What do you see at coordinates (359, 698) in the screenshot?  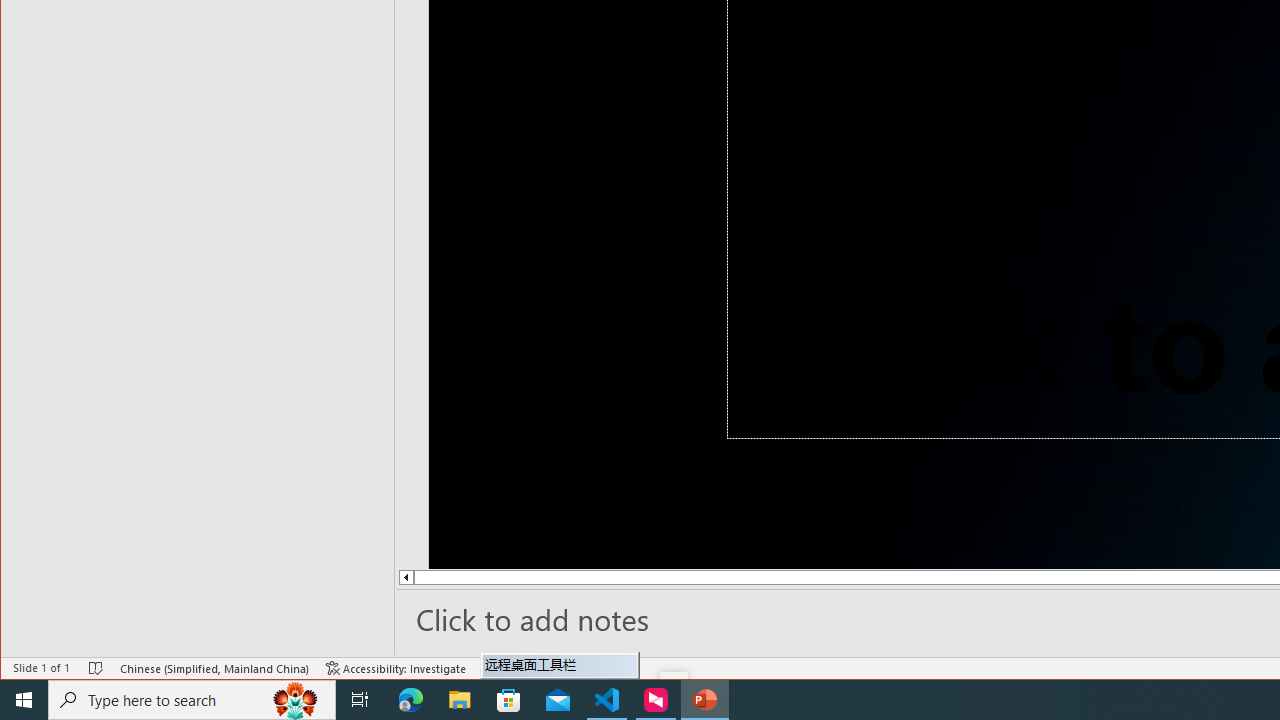 I see `'Task View'` at bounding box center [359, 698].